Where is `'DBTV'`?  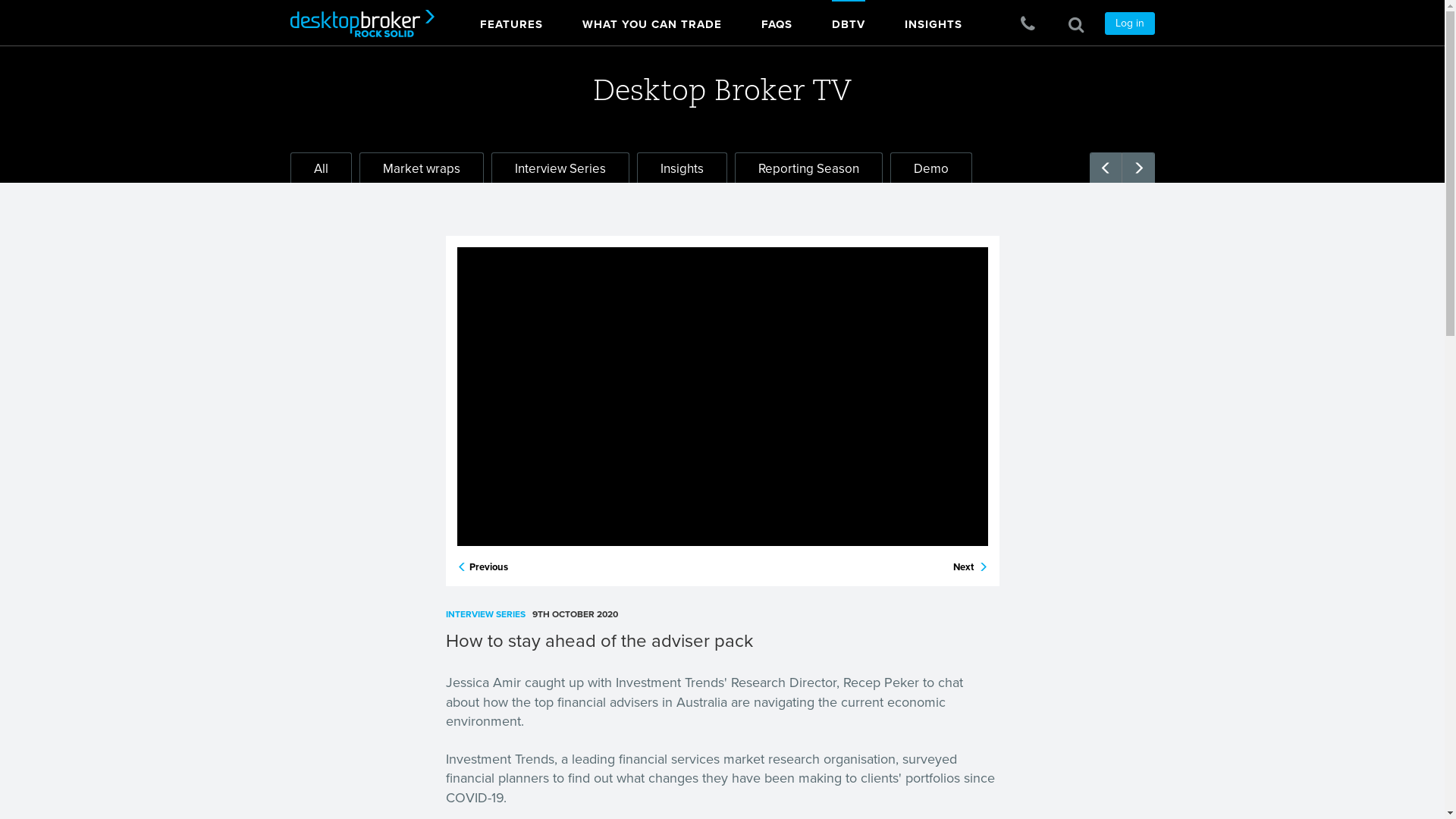
'DBTV' is located at coordinates (847, 20).